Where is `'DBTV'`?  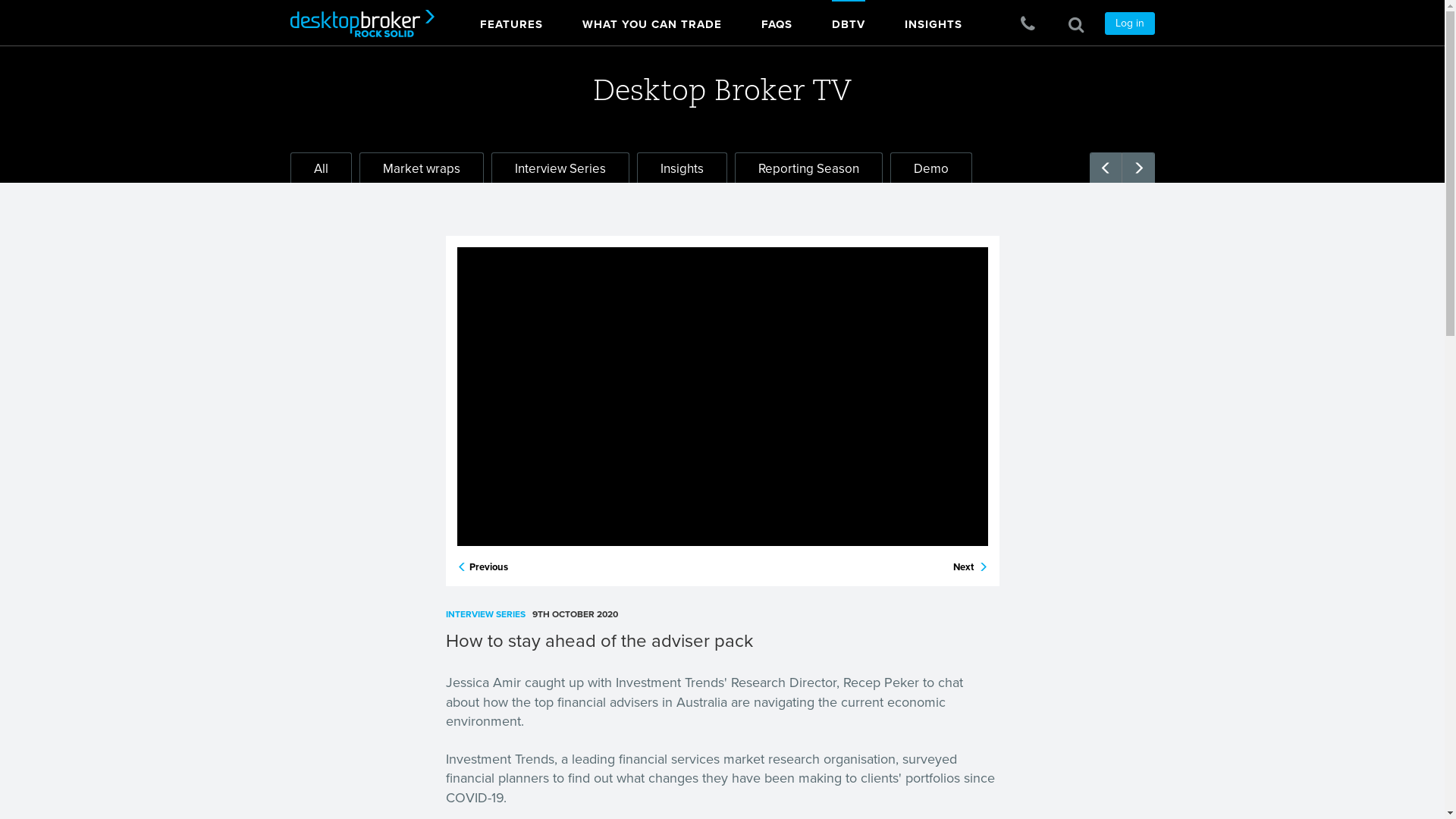
'DBTV' is located at coordinates (847, 20).